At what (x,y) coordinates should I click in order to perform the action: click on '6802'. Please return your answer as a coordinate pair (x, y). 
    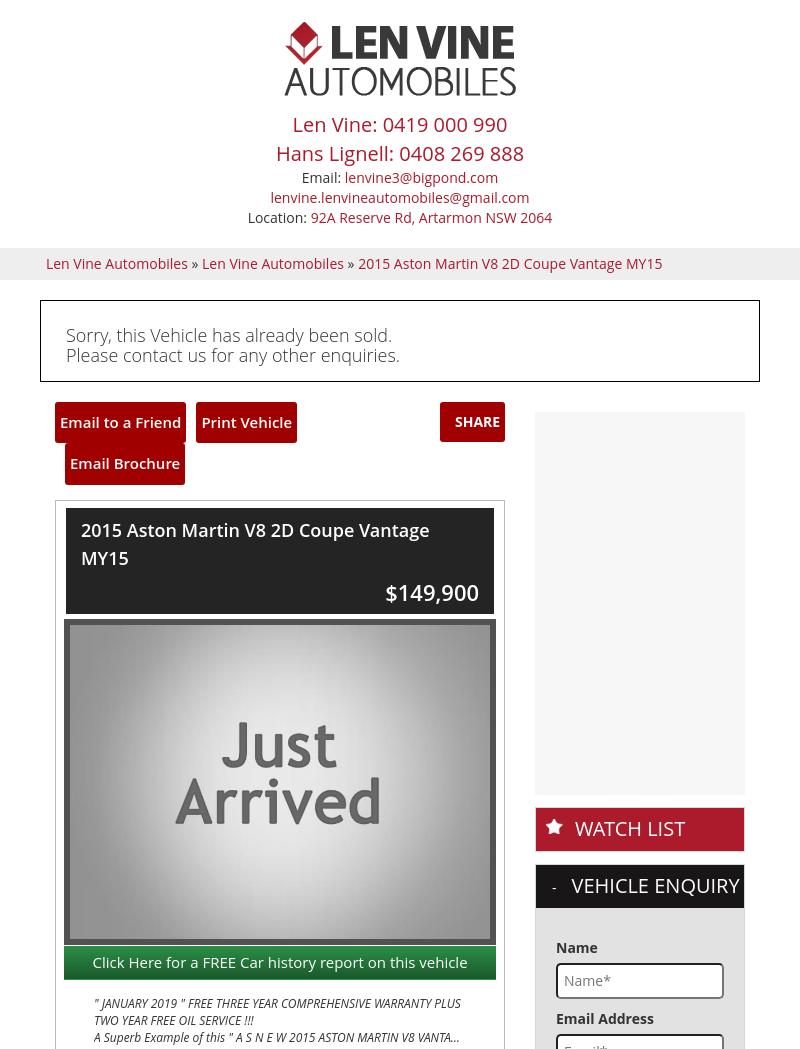
    Looking at the image, I should click on (191, 165).